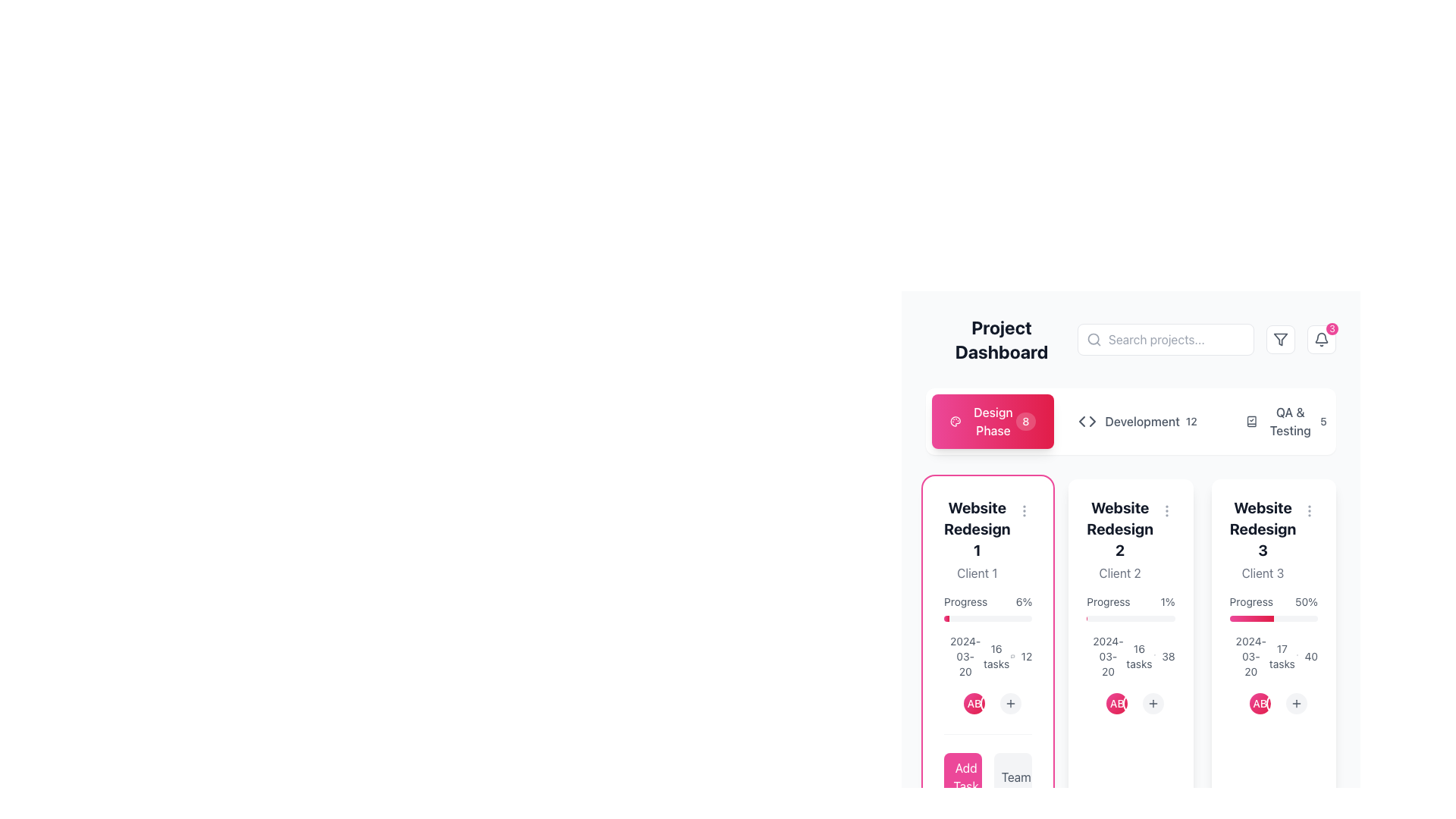 The width and height of the screenshot is (1456, 819). What do you see at coordinates (1273, 656) in the screenshot?
I see `the informational display grid showing date information, task count, and a number within the card labeled 'Website Redesign 3' associated with 'Client 3'. This element is located beneath the 'Progress' bar and is the last card in the row` at bounding box center [1273, 656].